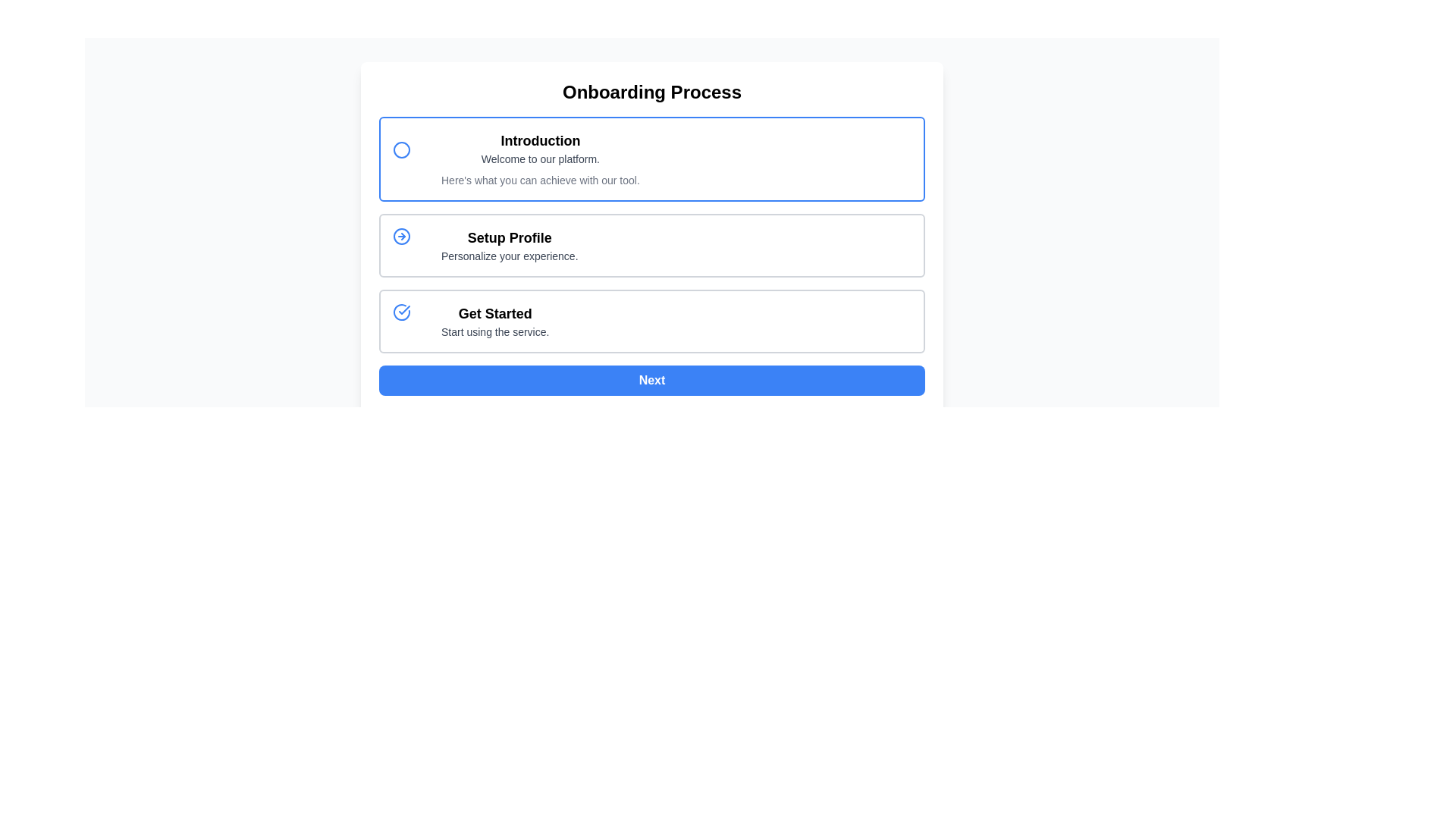  What do you see at coordinates (495, 321) in the screenshot?
I see `text block that contains the bold 'Get Started' and the lighter 'Start using the service.' located at the bottom section of a vertically stacked list` at bounding box center [495, 321].